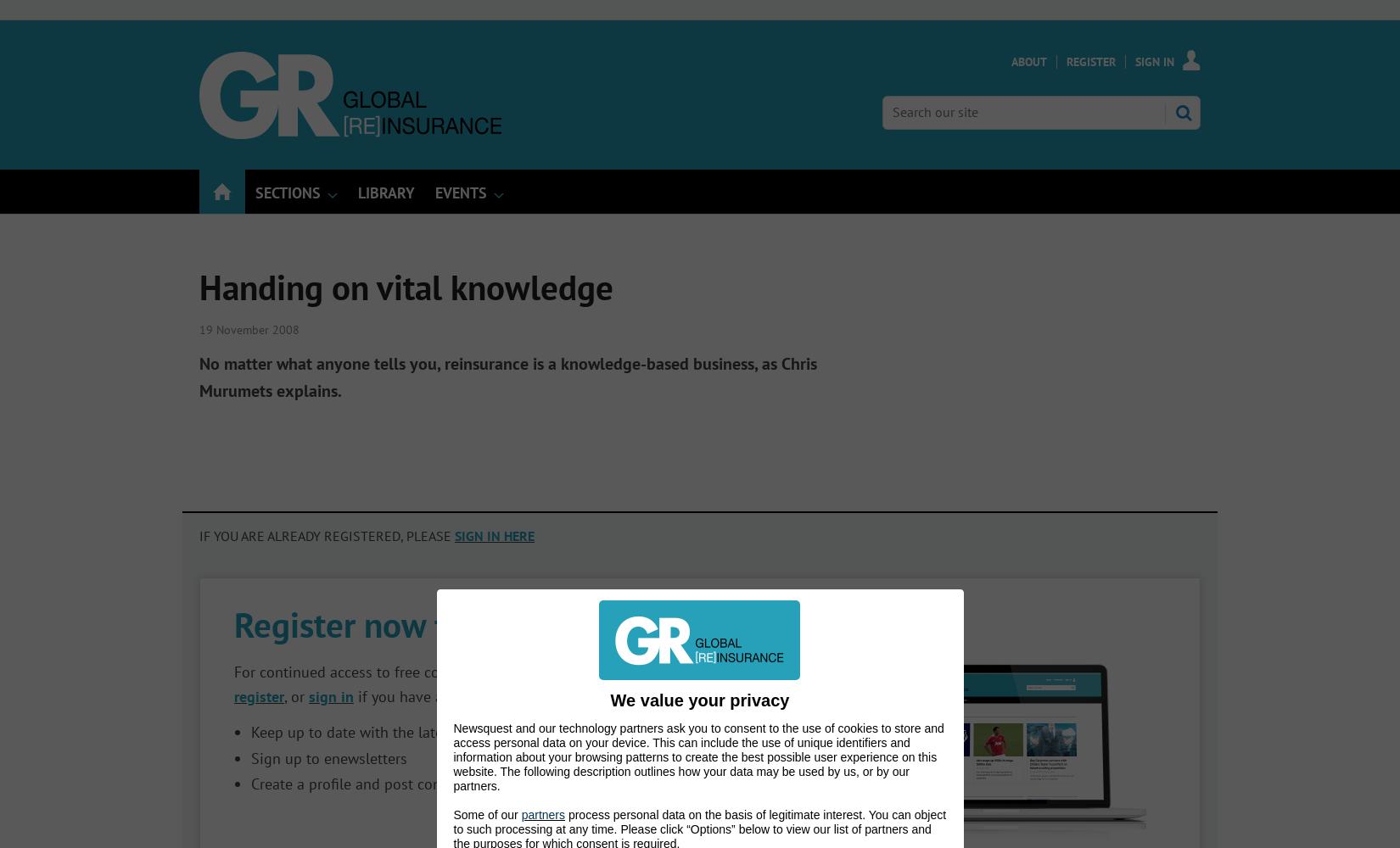 This screenshot has height=848, width=1400. Describe the element at coordinates (460, 192) in the screenshot. I see `'Events'` at that location.